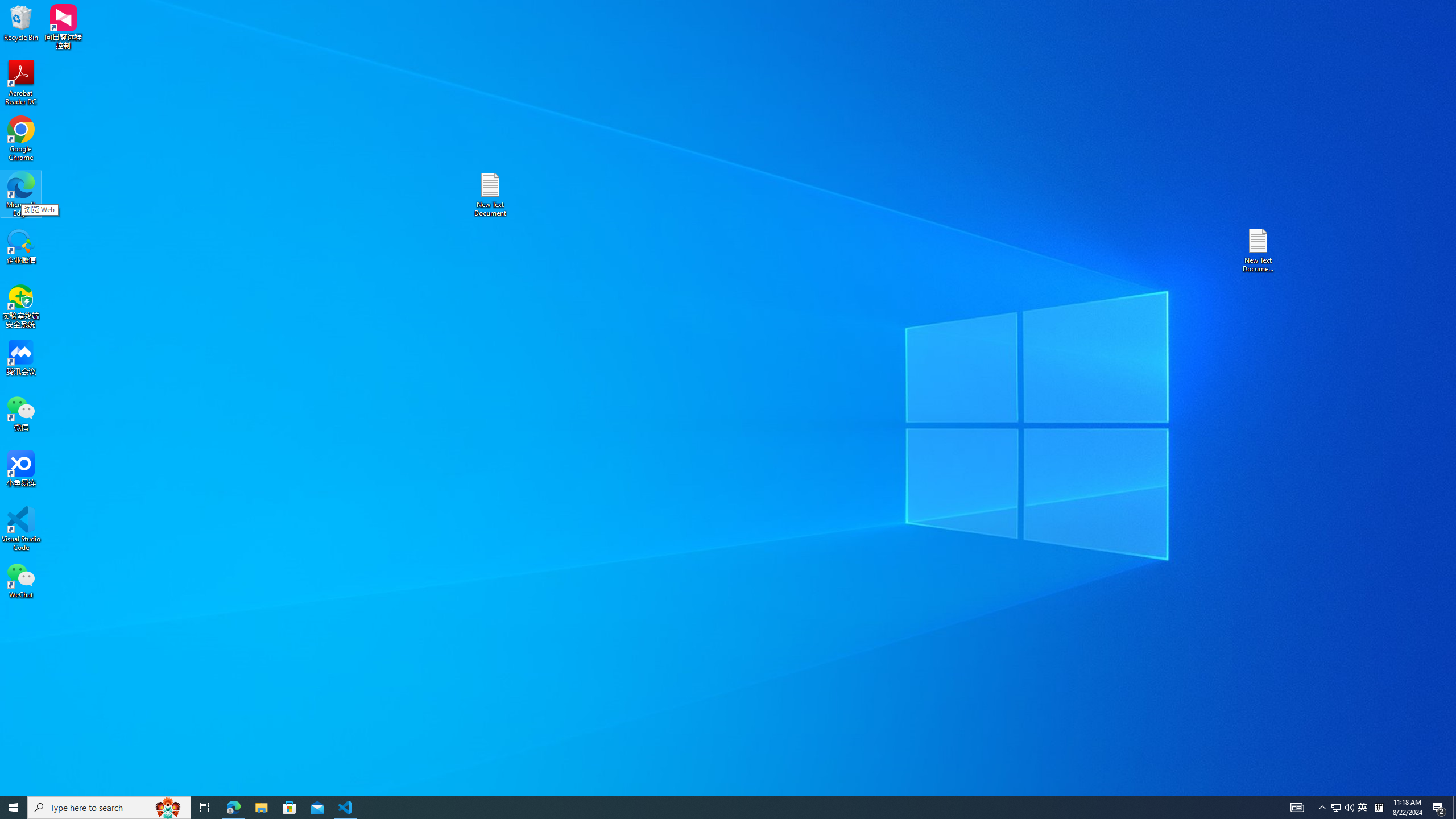 This screenshot has height=819, width=1456. What do you see at coordinates (260, 806) in the screenshot?
I see `'File Explorer'` at bounding box center [260, 806].